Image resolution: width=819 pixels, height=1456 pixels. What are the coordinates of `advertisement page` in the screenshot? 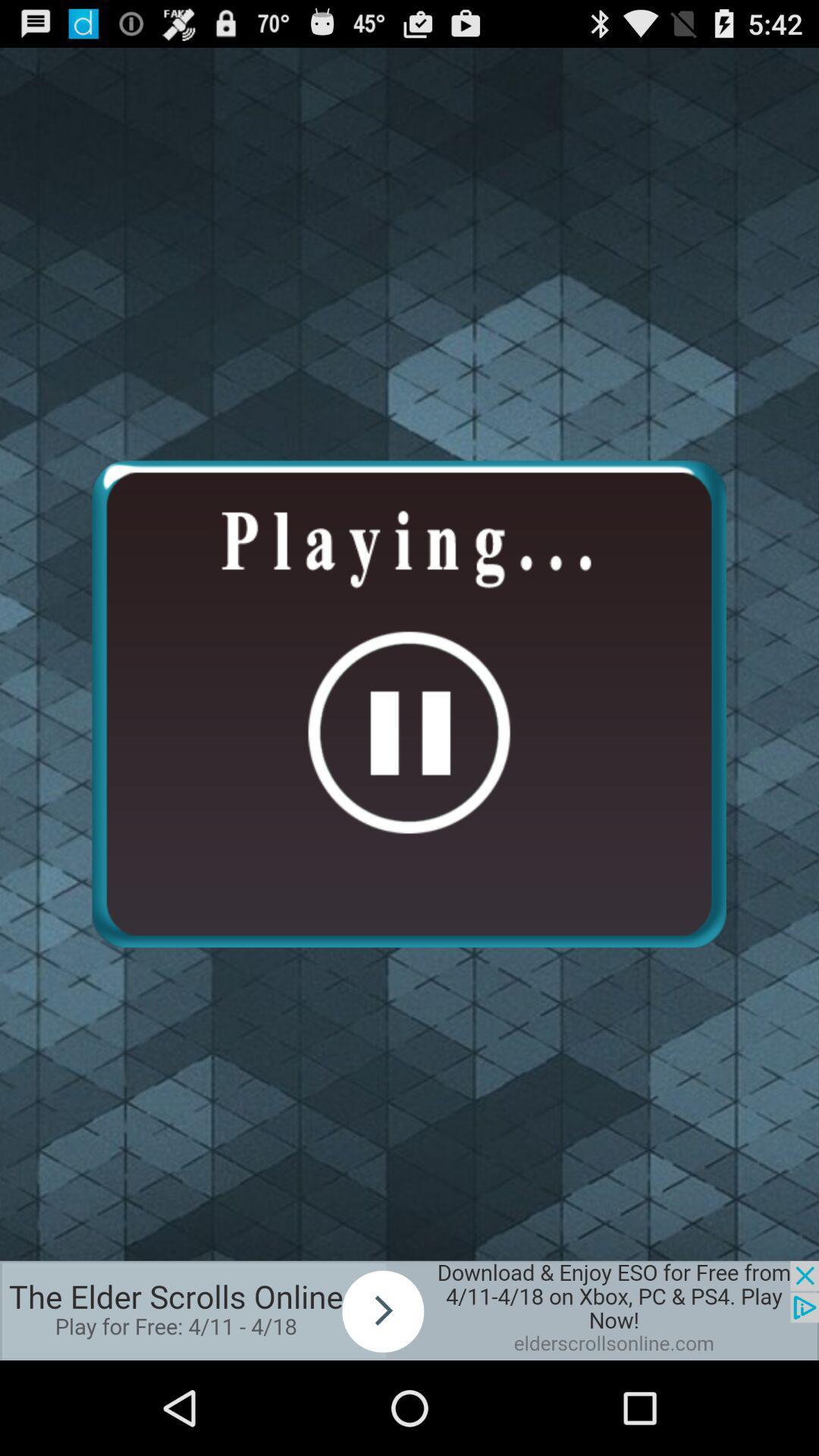 It's located at (409, 1310).